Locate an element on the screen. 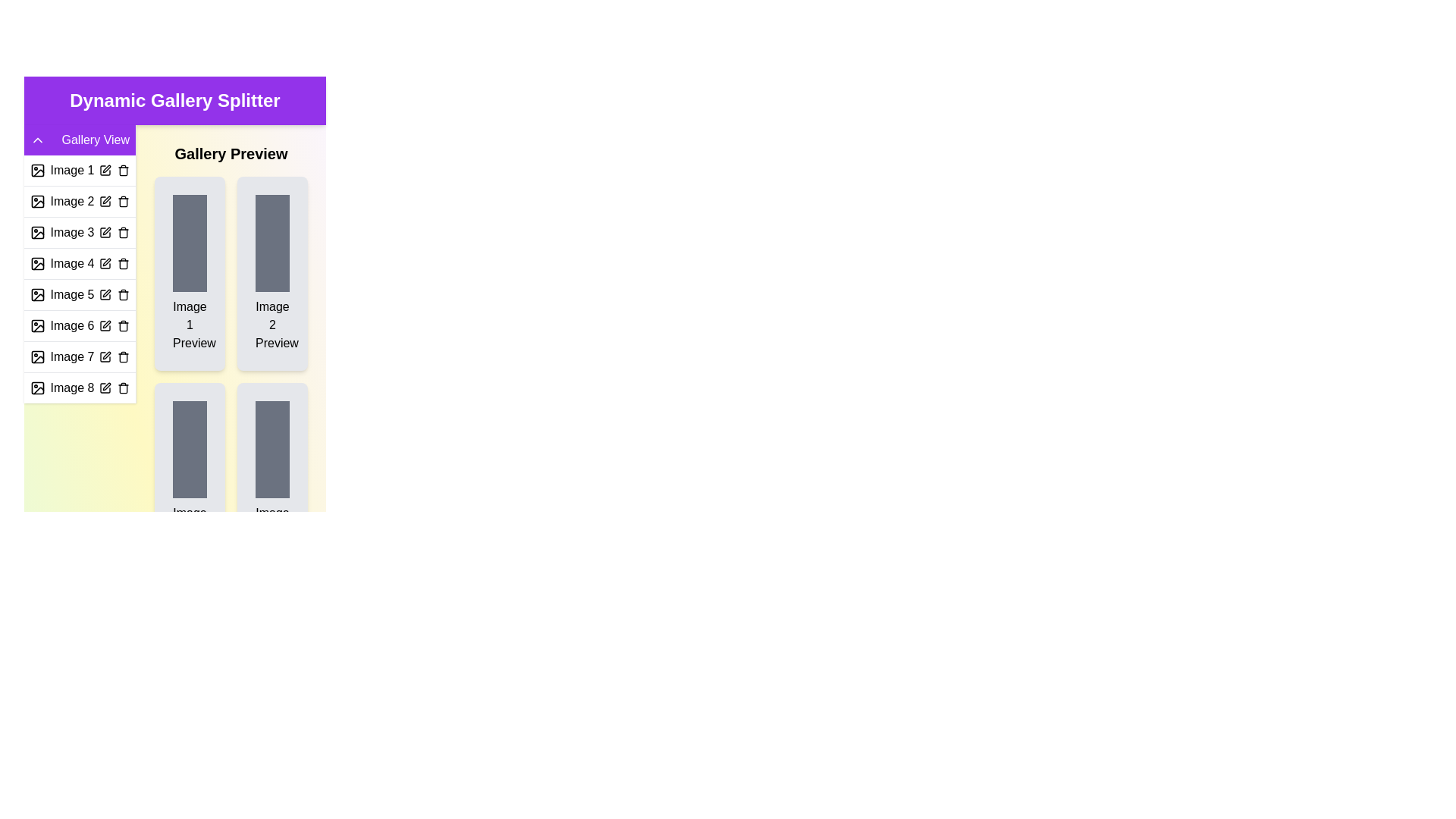  the static text label displaying 'Gallery Preview' which is centrally positioned above the grid of image previews is located at coordinates (231, 154).